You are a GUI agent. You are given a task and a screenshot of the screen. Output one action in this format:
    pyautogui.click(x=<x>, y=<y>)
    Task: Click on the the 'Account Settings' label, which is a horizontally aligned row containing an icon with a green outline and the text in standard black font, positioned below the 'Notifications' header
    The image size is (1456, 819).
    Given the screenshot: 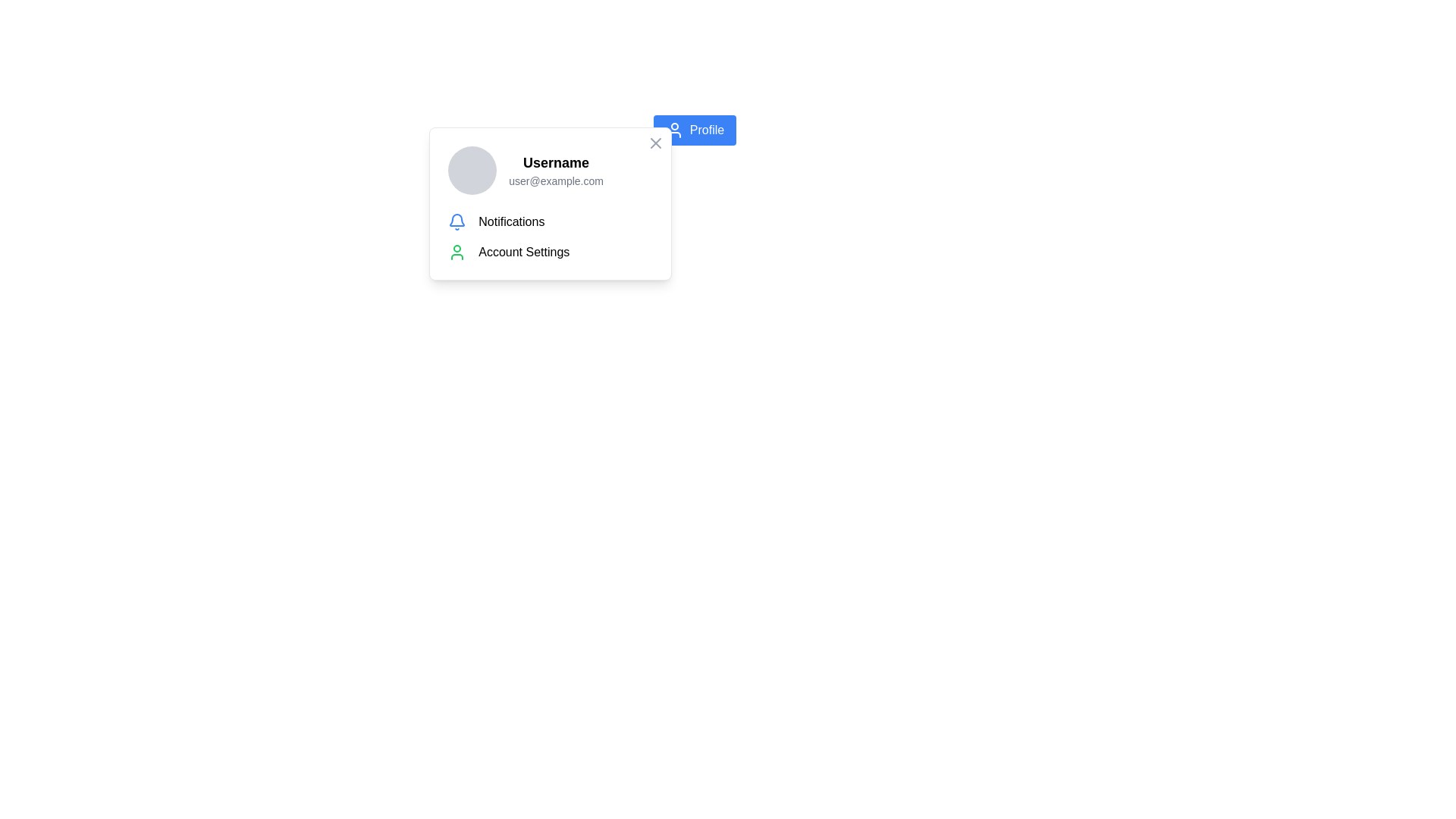 What is the action you would take?
    pyautogui.click(x=550, y=251)
    